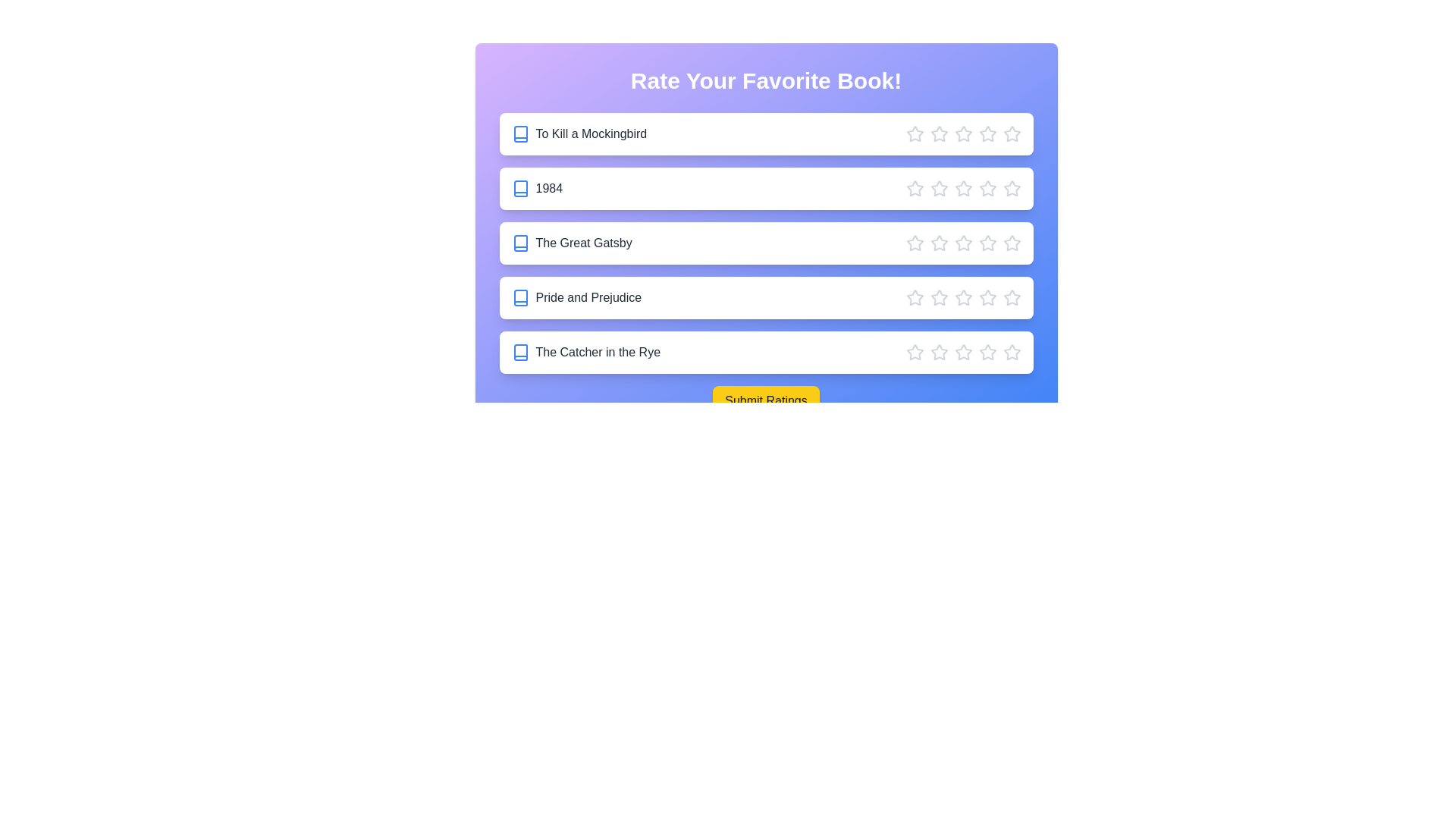 This screenshot has width=1456, height=819. Describe the element at coordinates (962, 133) in the screenshot. I see `the star corresponding to 3 stars for the book To Kill a Mockingbird` at that location.